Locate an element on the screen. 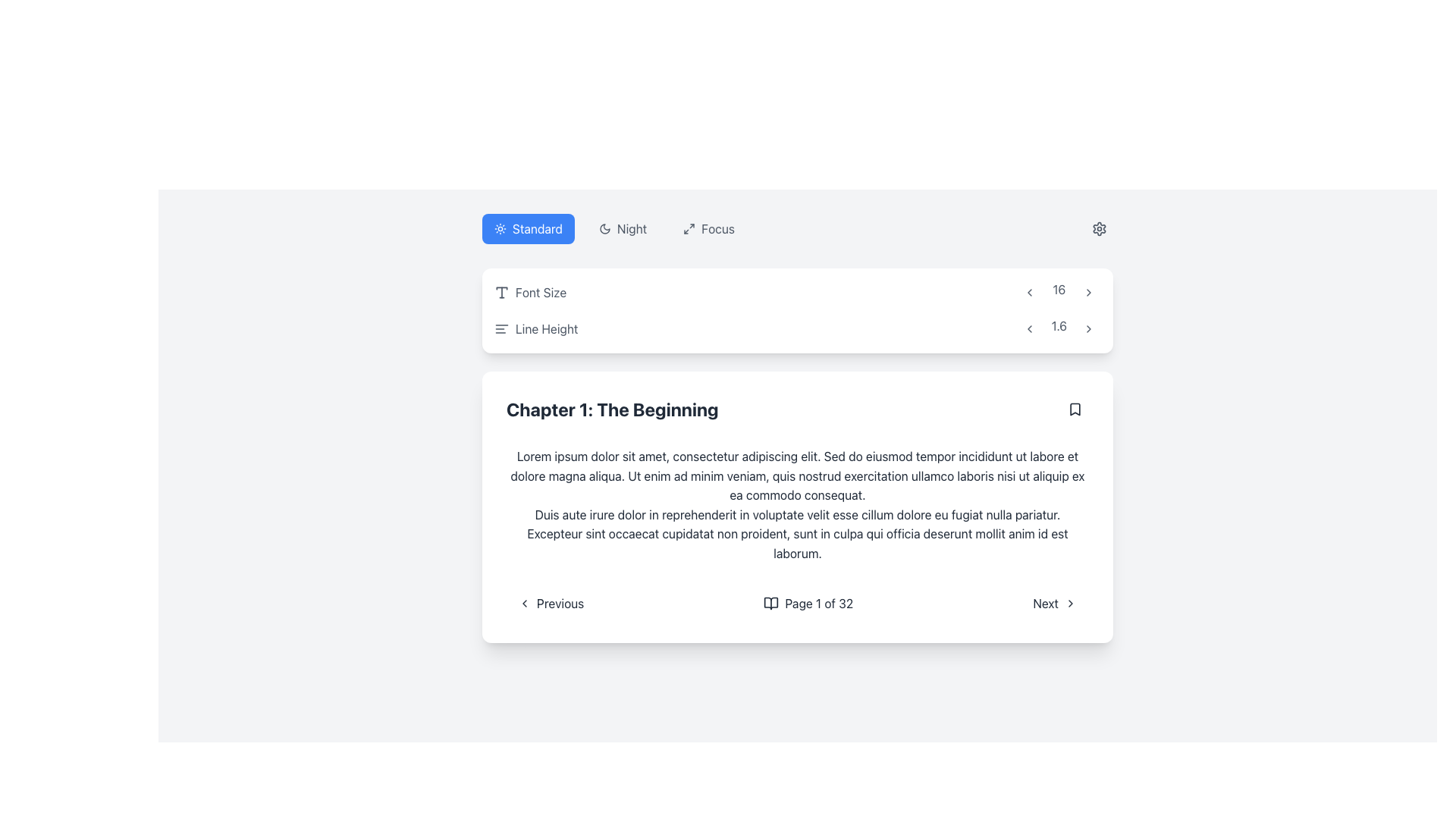  the 'Night' button, which features a crescent moon icon and is the second option in a horizontal layout between 'Standard' and 'Focus' is located at coordinates (623, 228).